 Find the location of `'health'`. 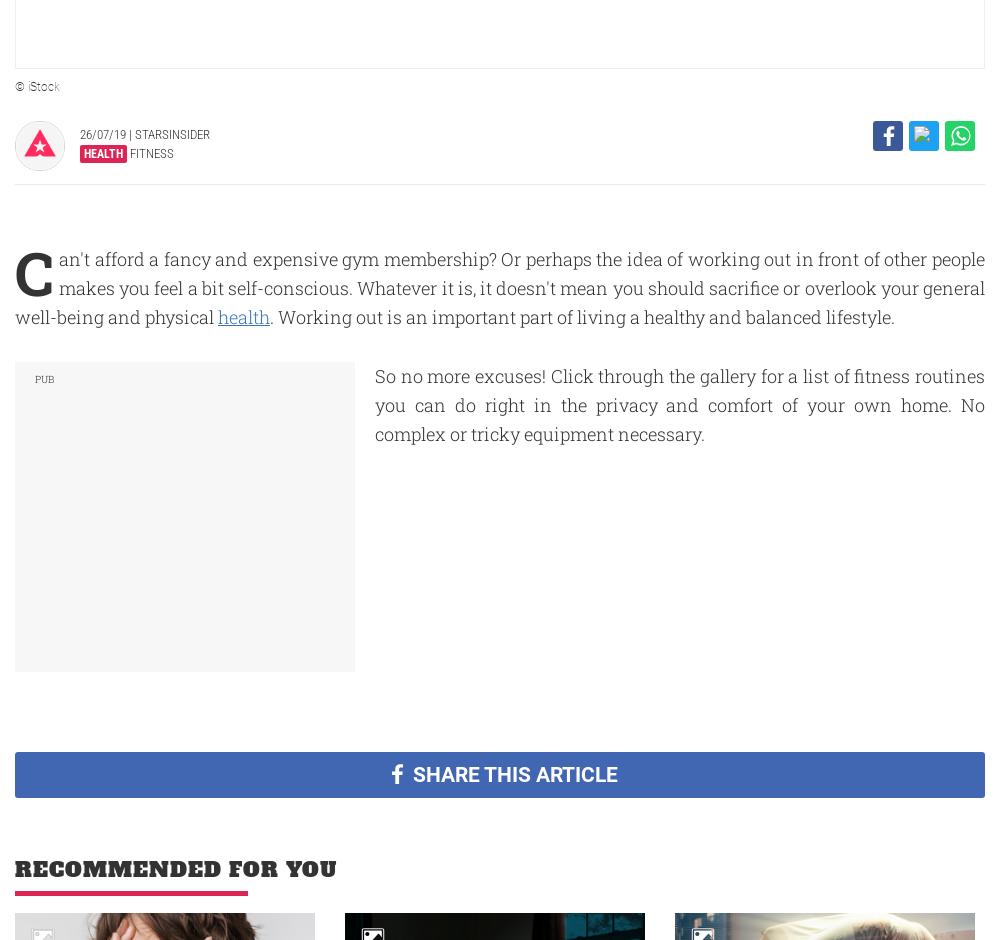

'health' is located at coordinates (243, 316).